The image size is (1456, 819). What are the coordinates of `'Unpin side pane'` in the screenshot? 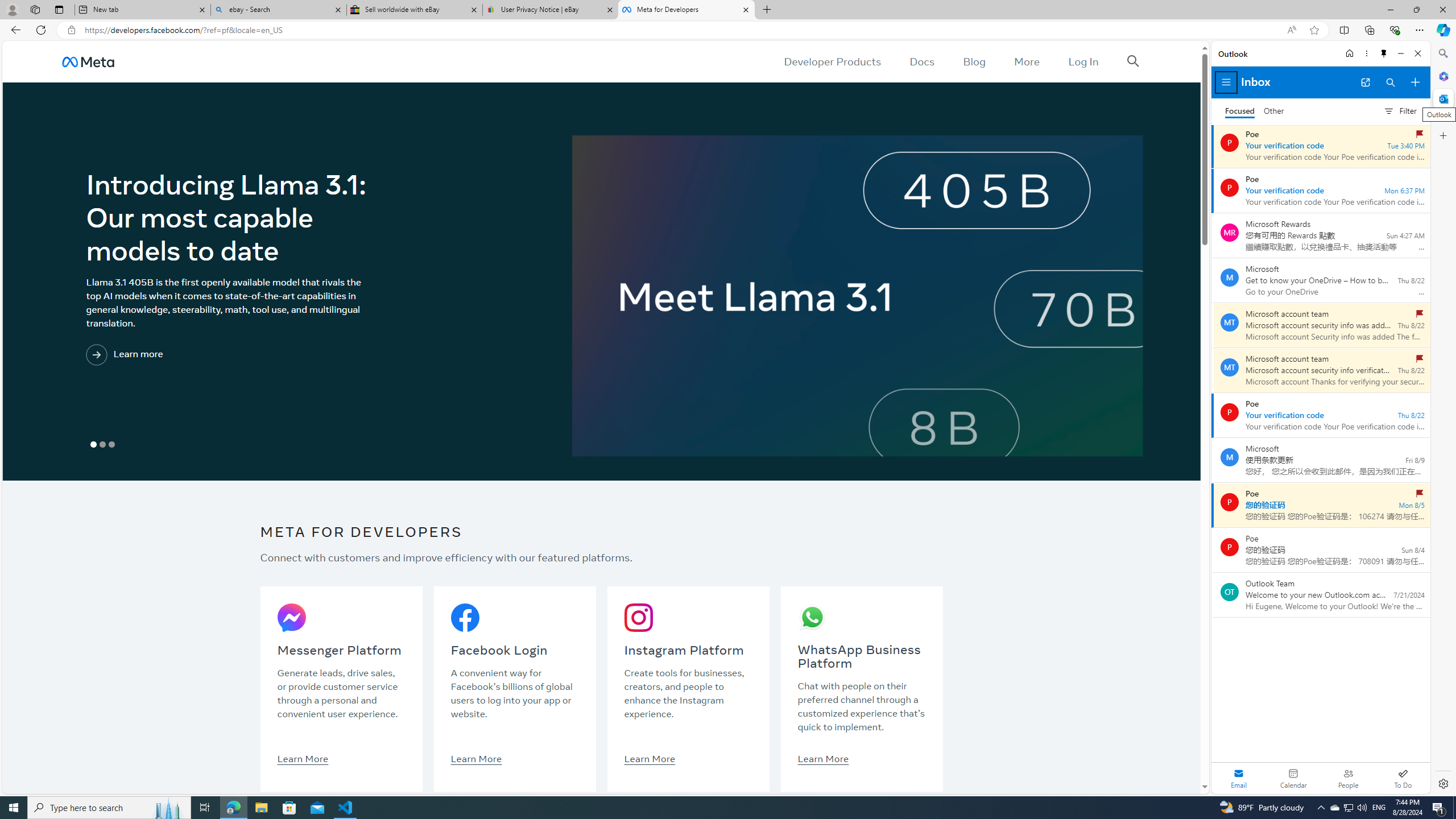 It's located at (1384, 53).